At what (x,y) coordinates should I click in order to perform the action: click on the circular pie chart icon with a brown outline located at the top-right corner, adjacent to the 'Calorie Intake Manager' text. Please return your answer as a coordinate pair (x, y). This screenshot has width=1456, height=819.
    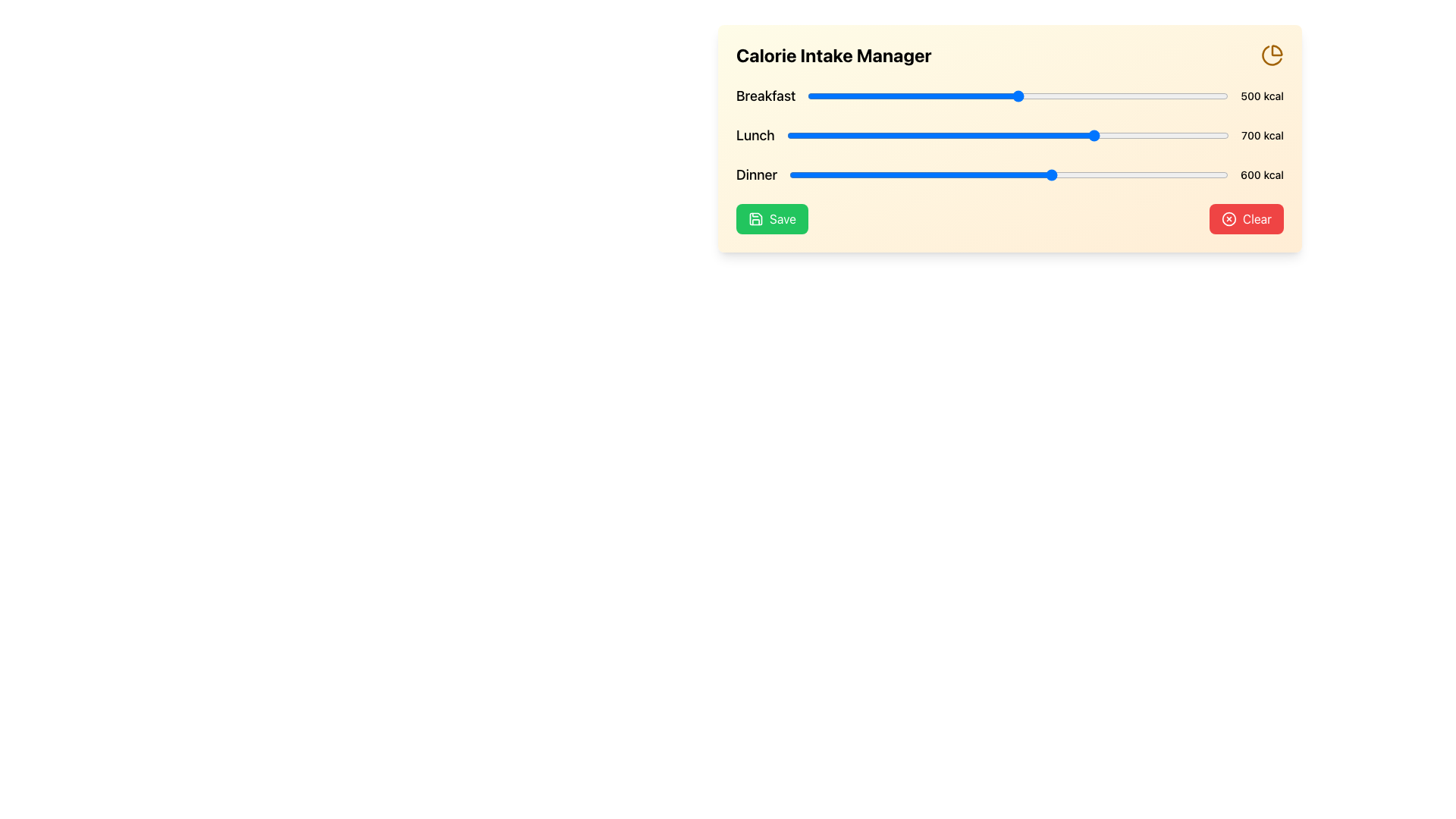
    Looking at the image, I should click on (1272, 55).